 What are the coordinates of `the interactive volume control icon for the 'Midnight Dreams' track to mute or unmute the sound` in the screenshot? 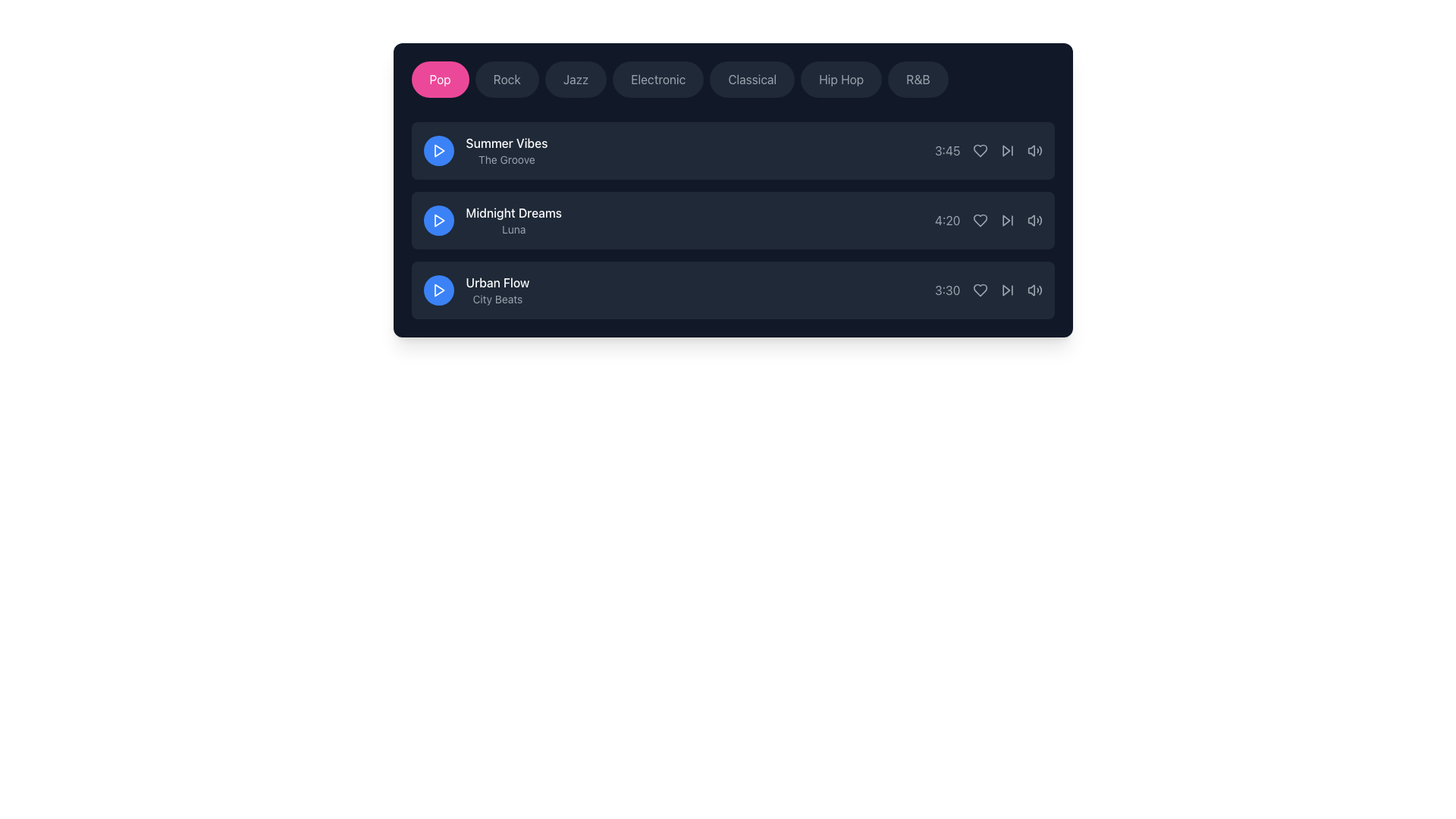 It's located at (1034, 220).